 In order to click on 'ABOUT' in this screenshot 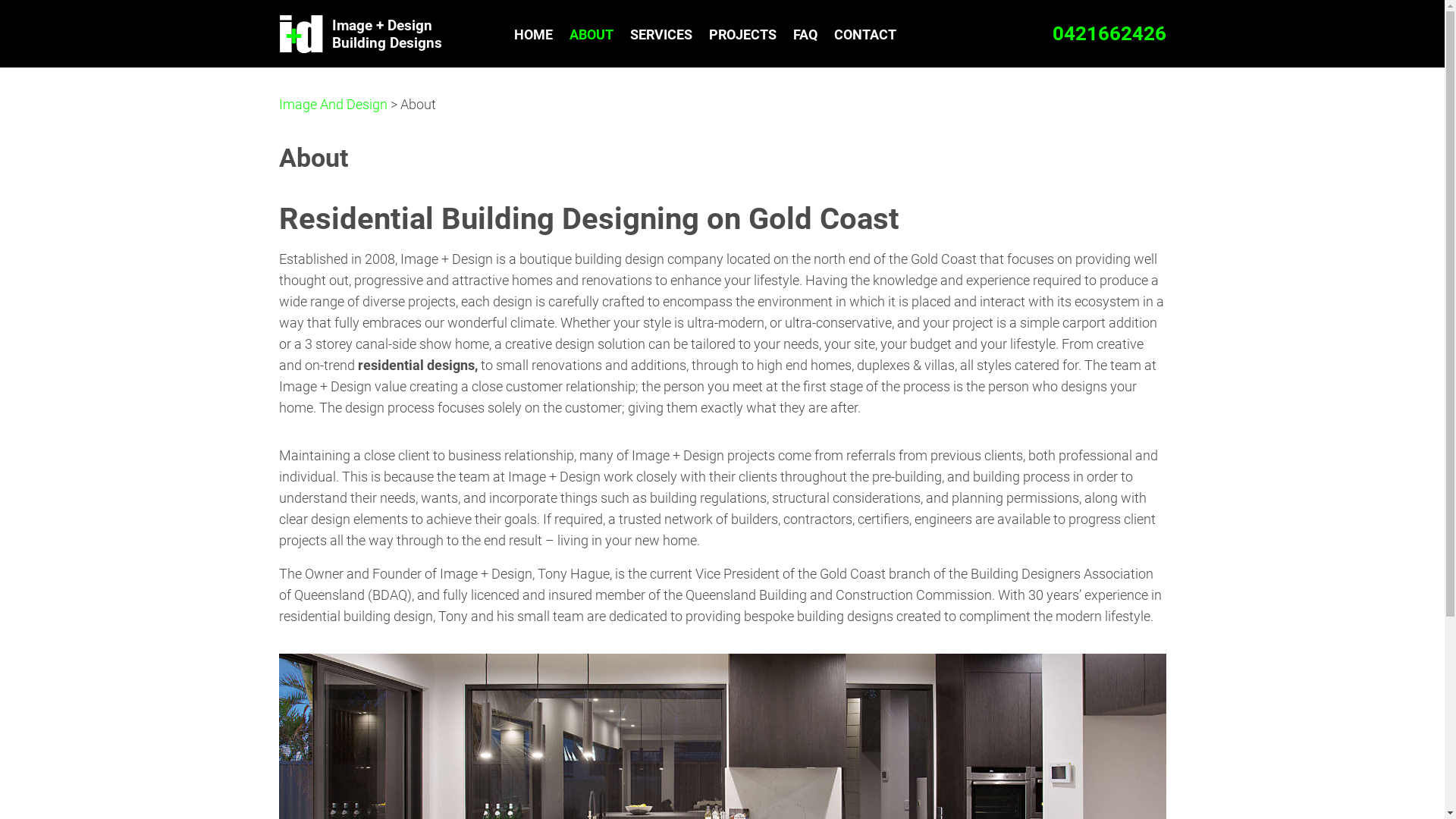, I will do `click(560, 34)`.